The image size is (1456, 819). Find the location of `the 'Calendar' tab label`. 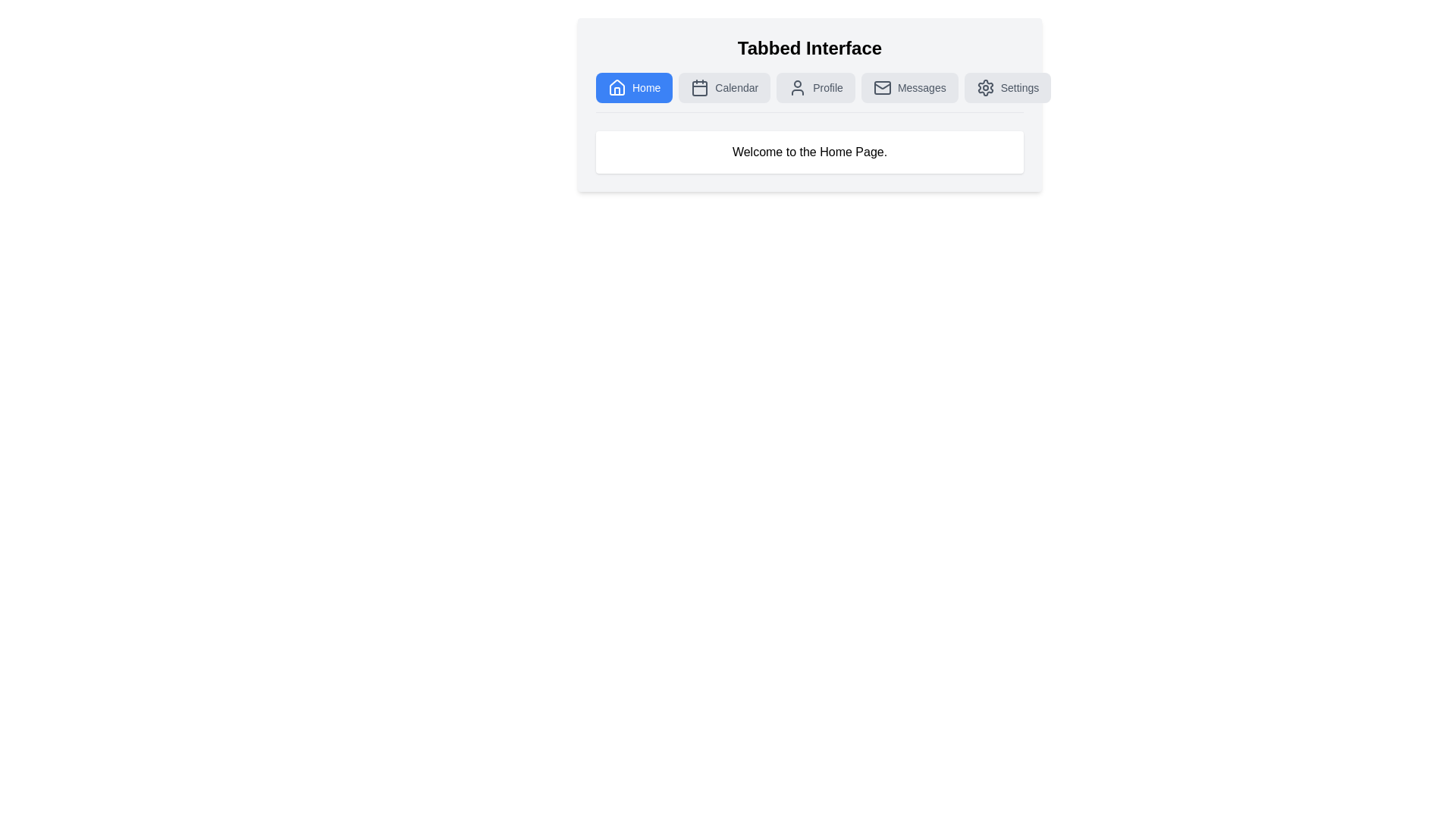

the 'Calendar' tab label is located at coordinates (736, 87).